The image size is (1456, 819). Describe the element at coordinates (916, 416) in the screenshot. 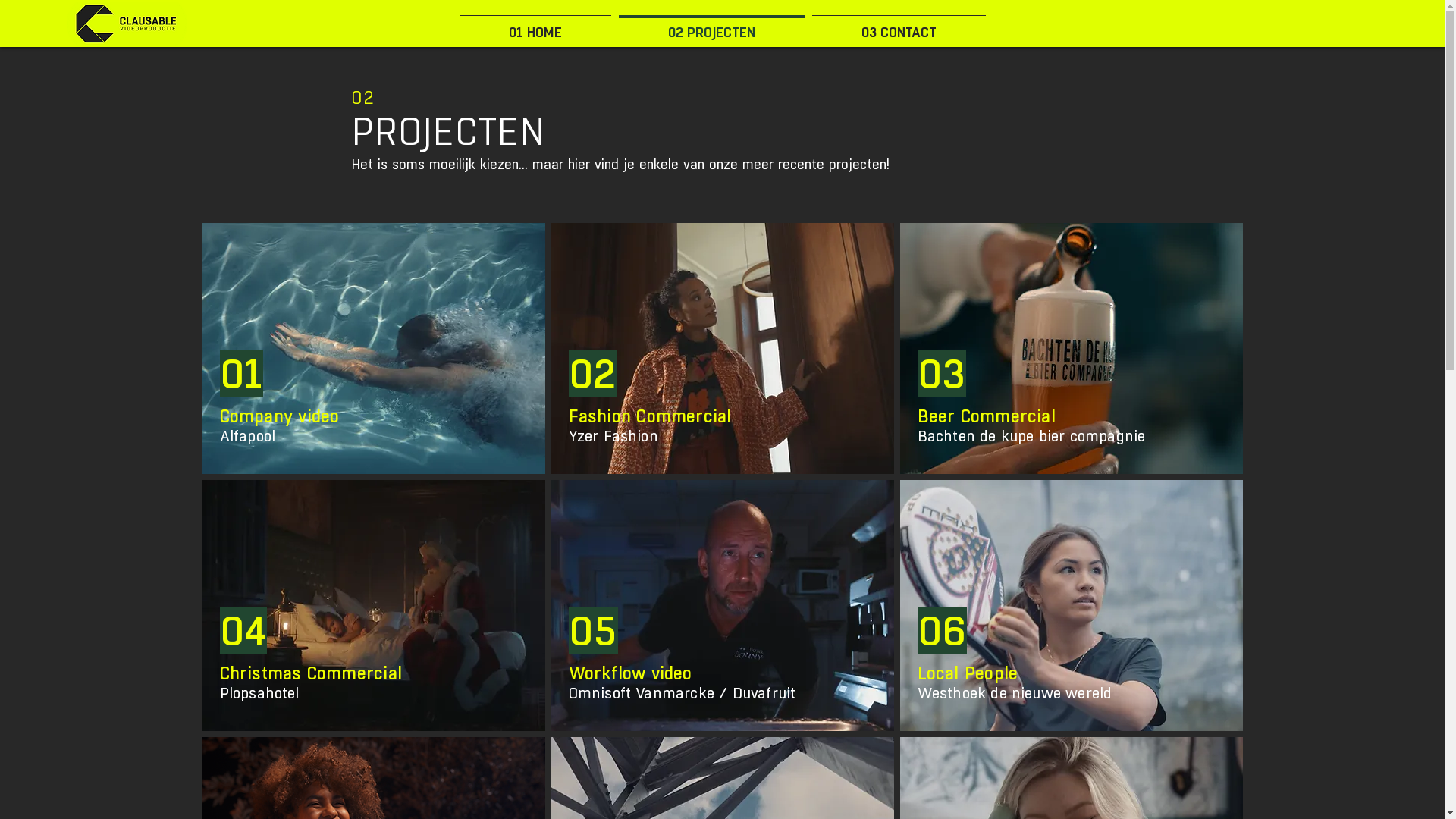

I see `'Beer Commercial'` at that location.